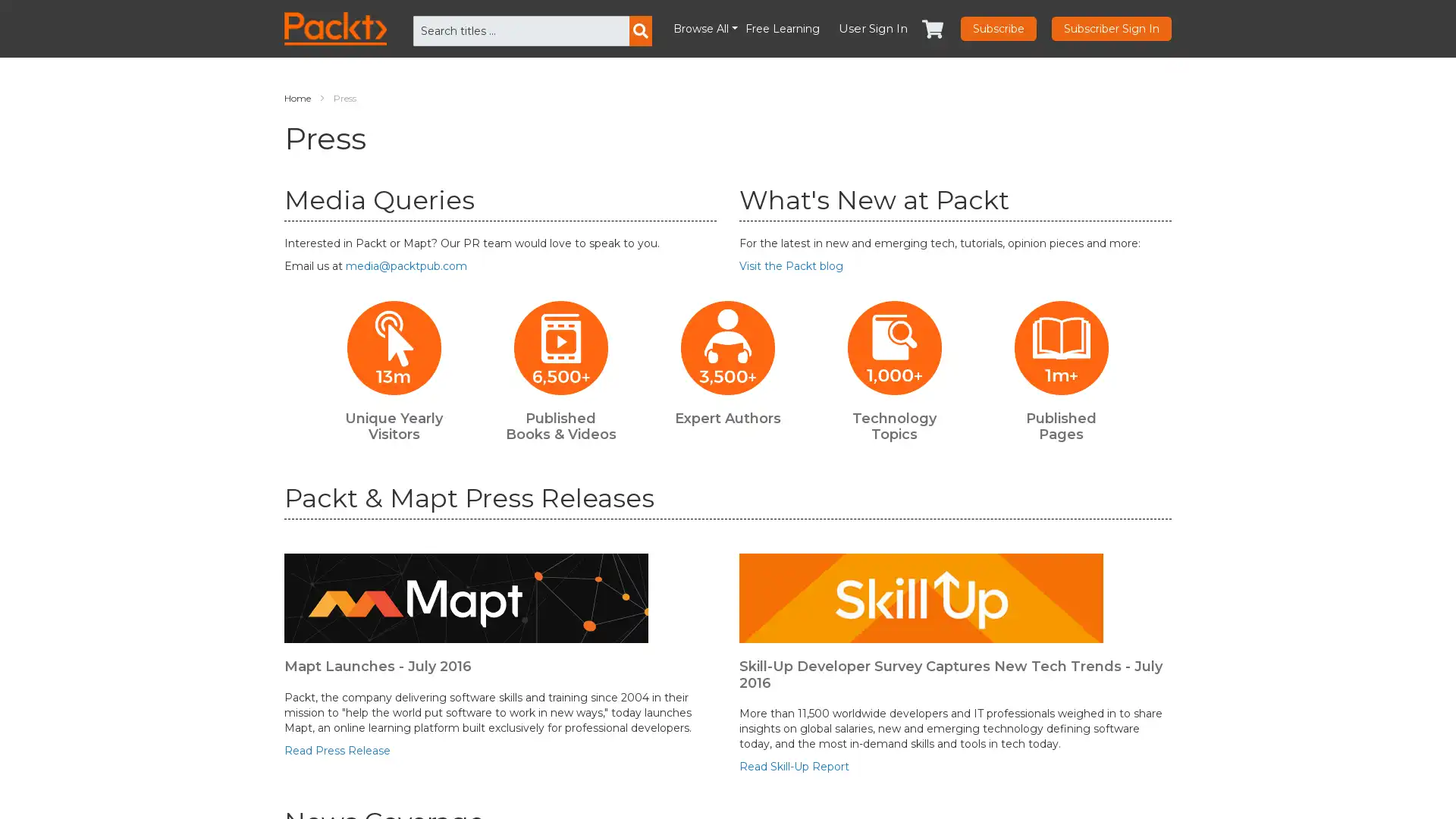  What do you see at coordinates (998, 29) in the screenshot?
I see `Subscribe` at bounding box center [998, 29].